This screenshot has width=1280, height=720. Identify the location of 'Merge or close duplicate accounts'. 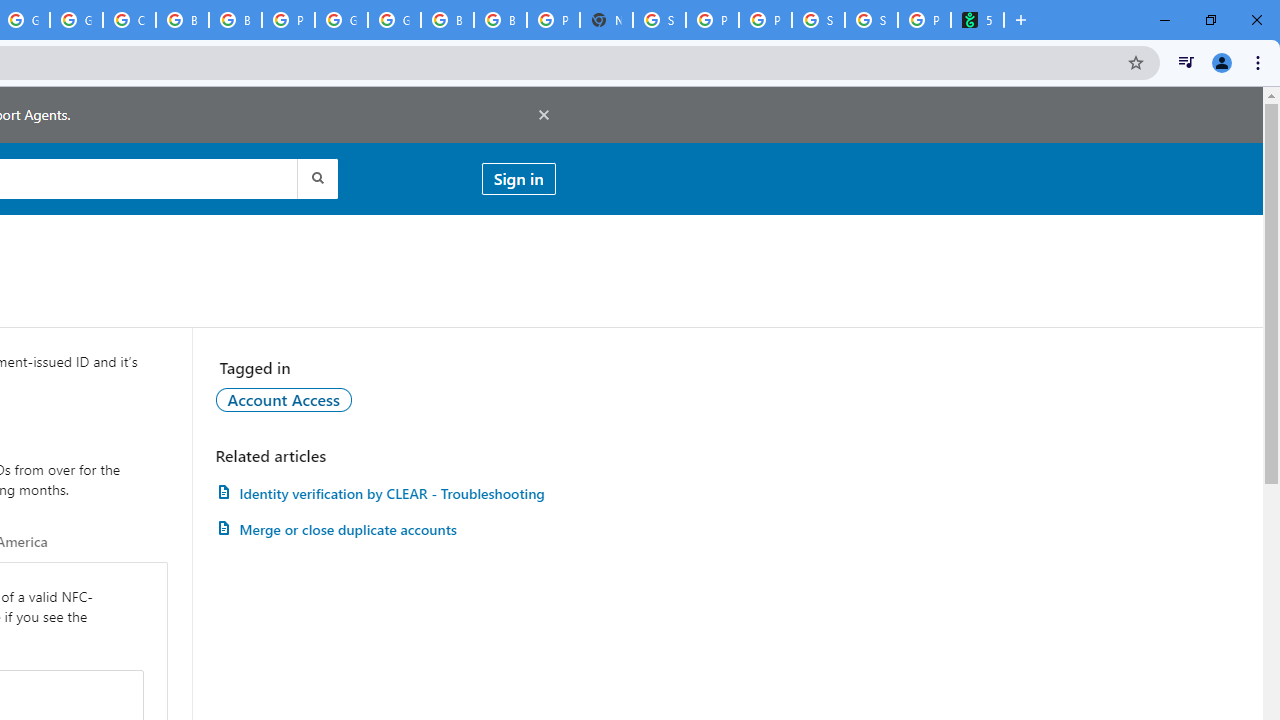
(385, 528).